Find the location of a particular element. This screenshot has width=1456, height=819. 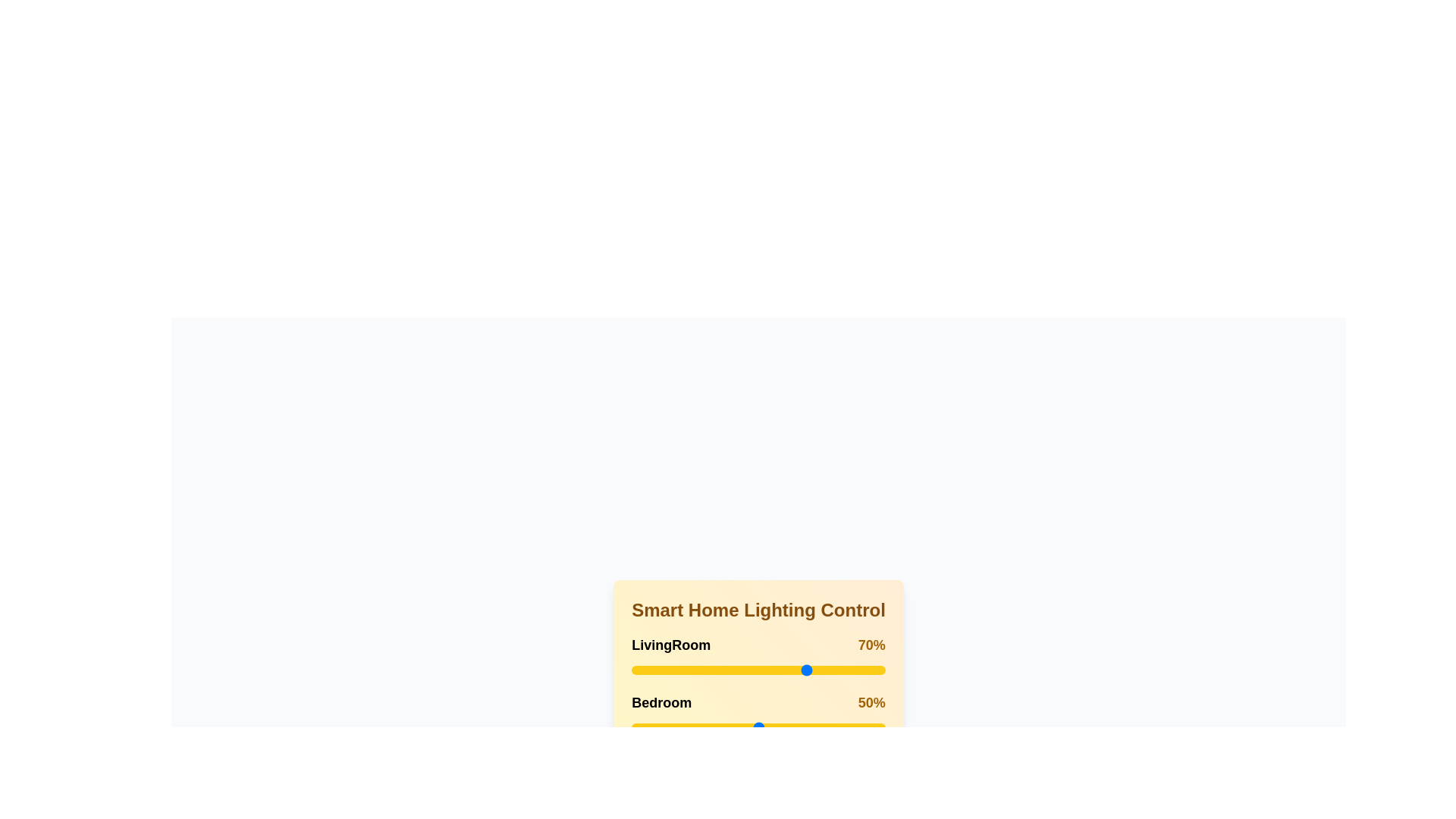

the Living Room lighting level is located at coordinates (800, 669).